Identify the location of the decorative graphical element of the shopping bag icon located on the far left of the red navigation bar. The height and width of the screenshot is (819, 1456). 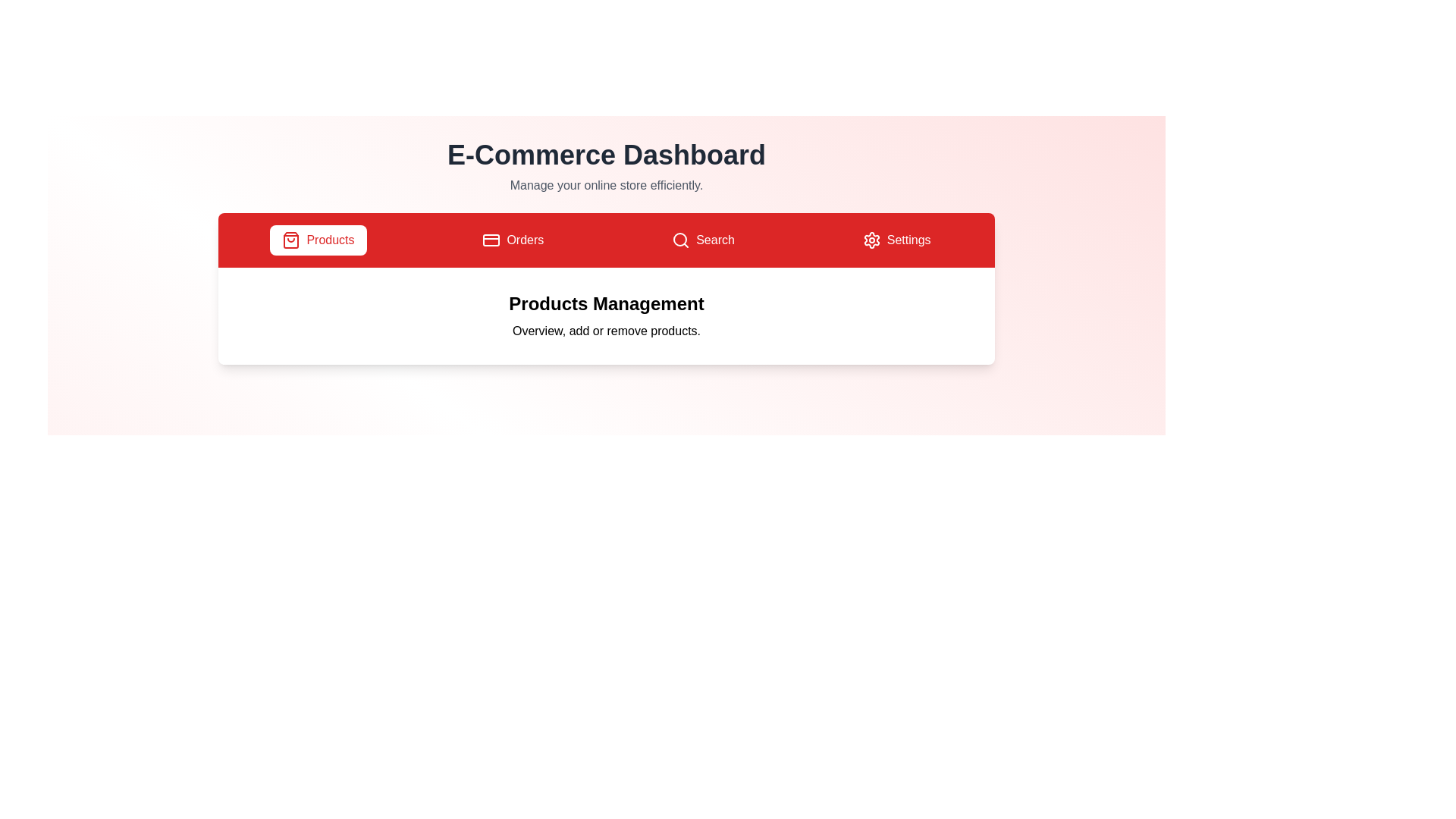
(291, 239).